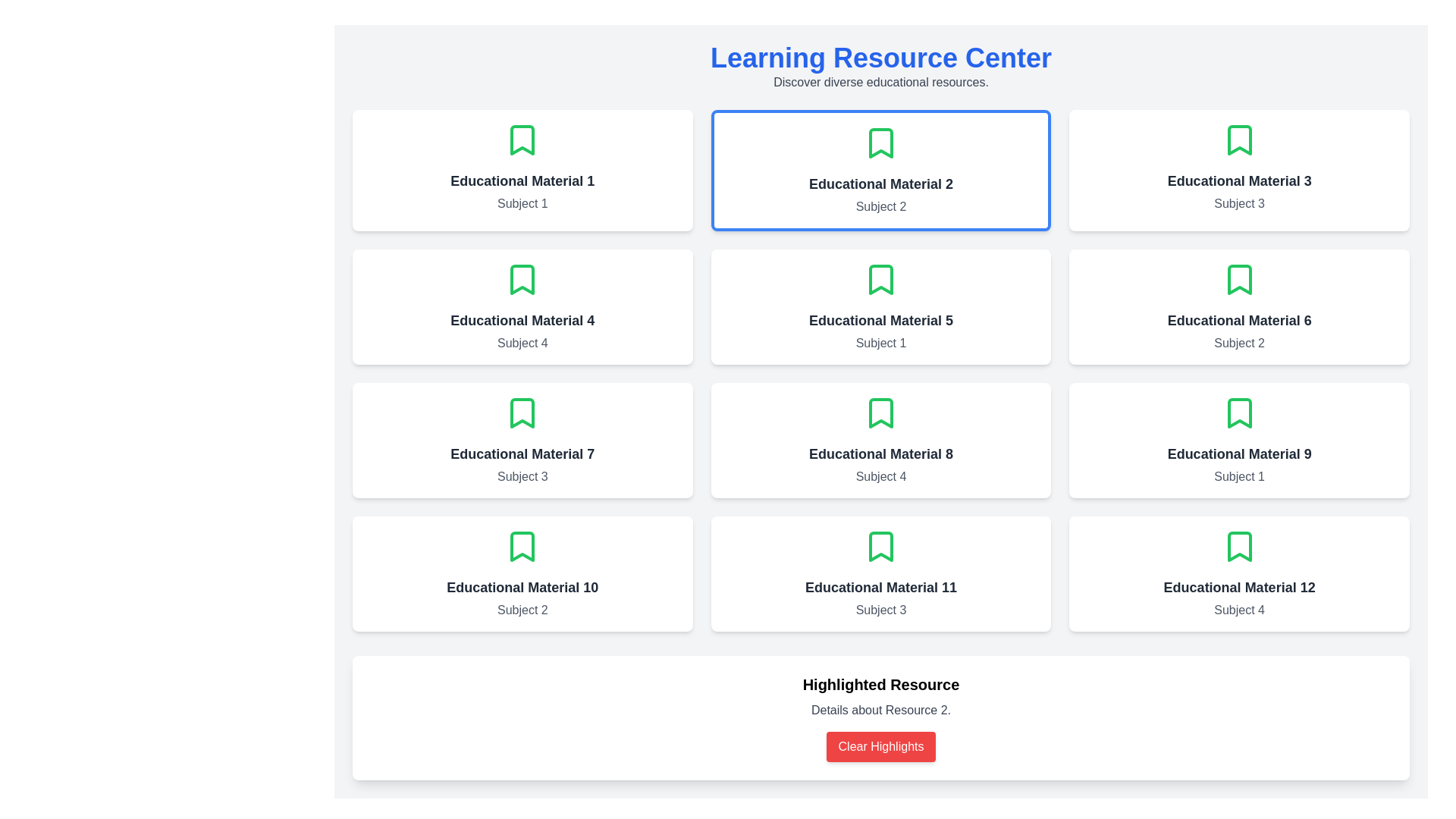 This screenshot has height=819, width=1456. Describe the element at coordinates (880, 413) in the screenshot. I see `the green outline bookmark icon located in the second row and third column of the grid layout, above the labels 'Educational Material 8' and 'Subject 4'` at that location.